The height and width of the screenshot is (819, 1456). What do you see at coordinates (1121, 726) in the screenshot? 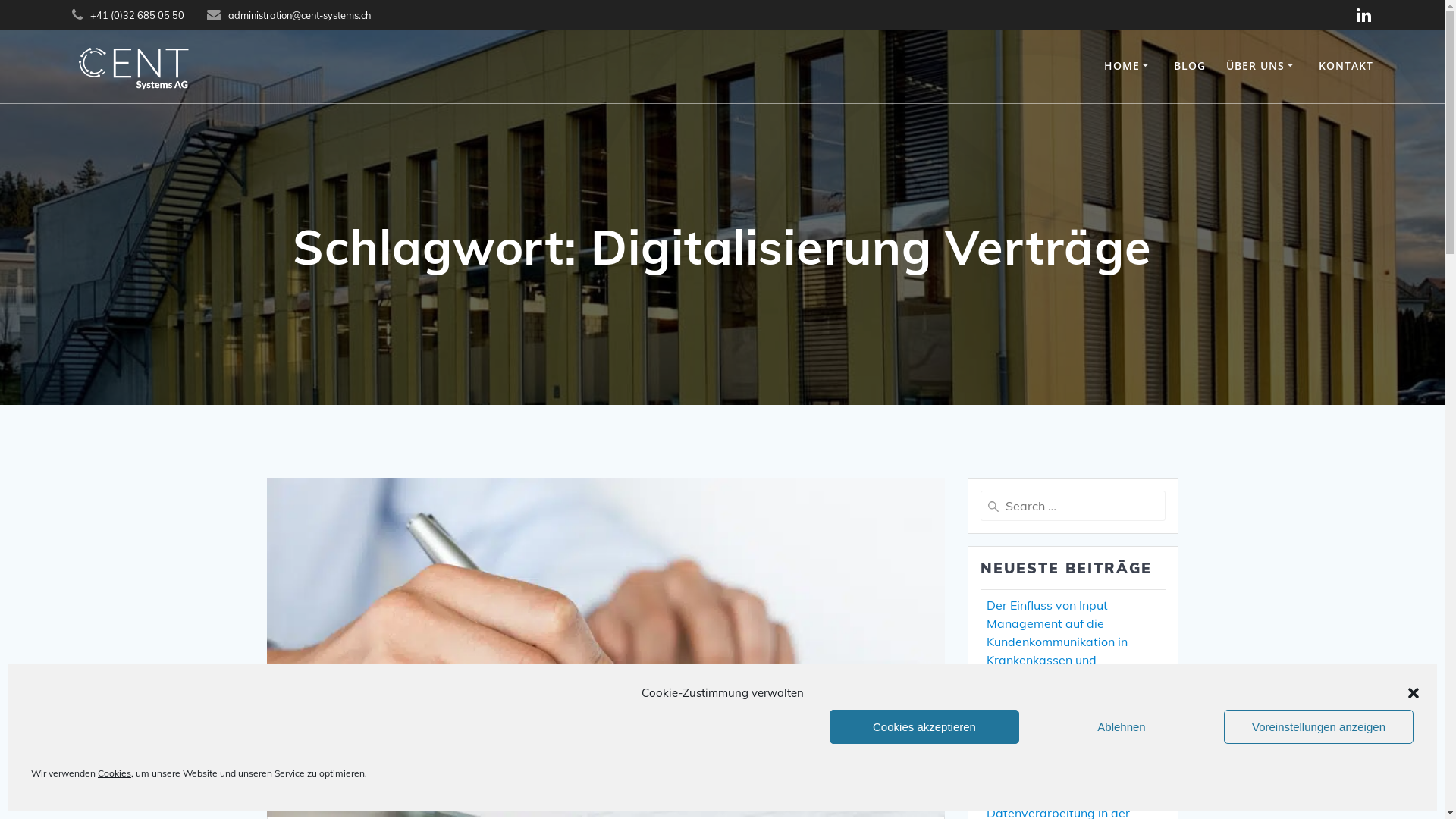
I see `'Ablehnen'` at bounding box center [1121, 726].